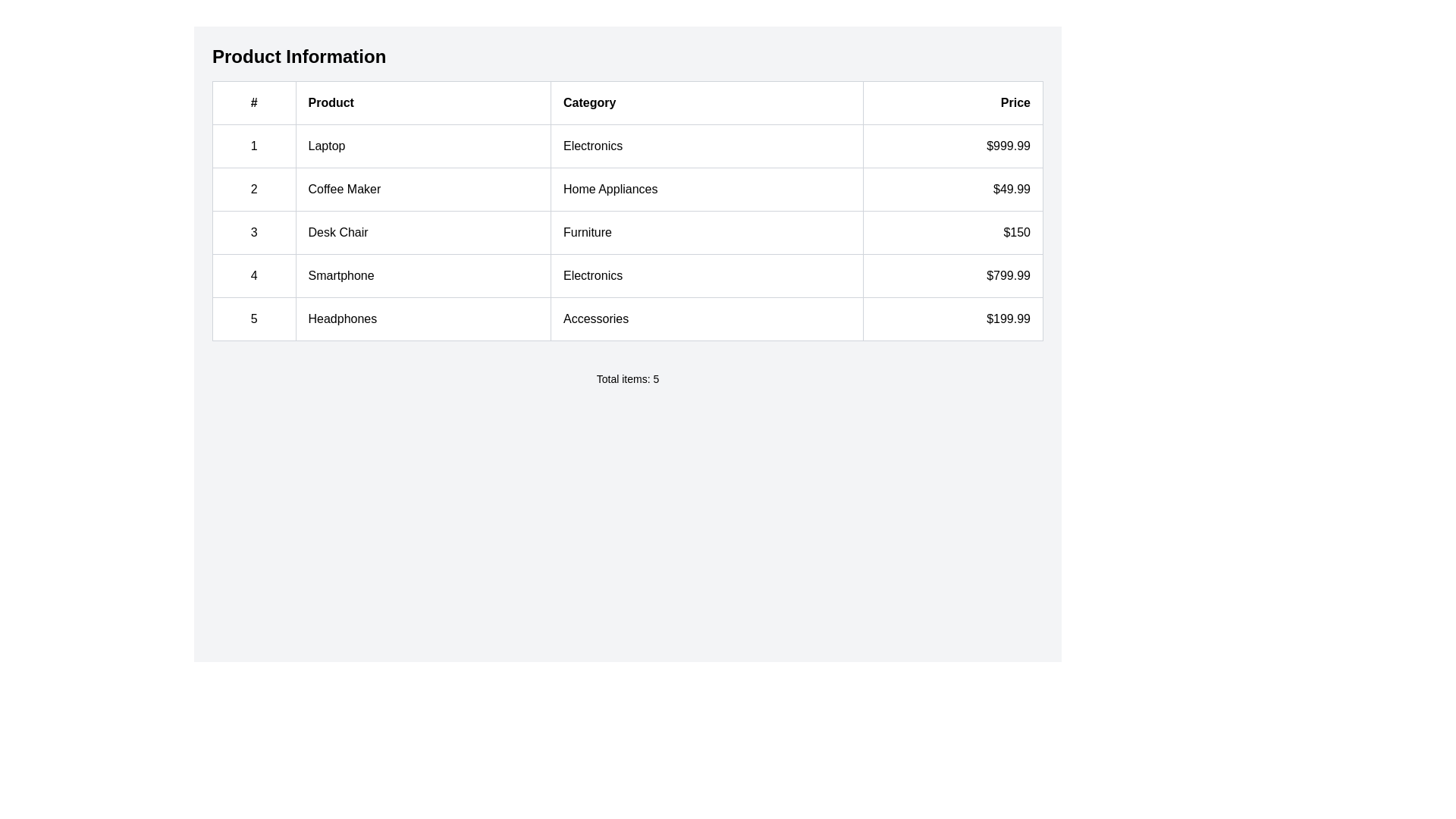 Image resolution: width=1456 pixels, height=819 pixels. What do you see at coordinates (628, 189) in the screenshot?
I see `the second row in the 'Product Information' table that displays product details including 'Coffee Maker' and its price '$49.99'` at bounding box center [628, 189].